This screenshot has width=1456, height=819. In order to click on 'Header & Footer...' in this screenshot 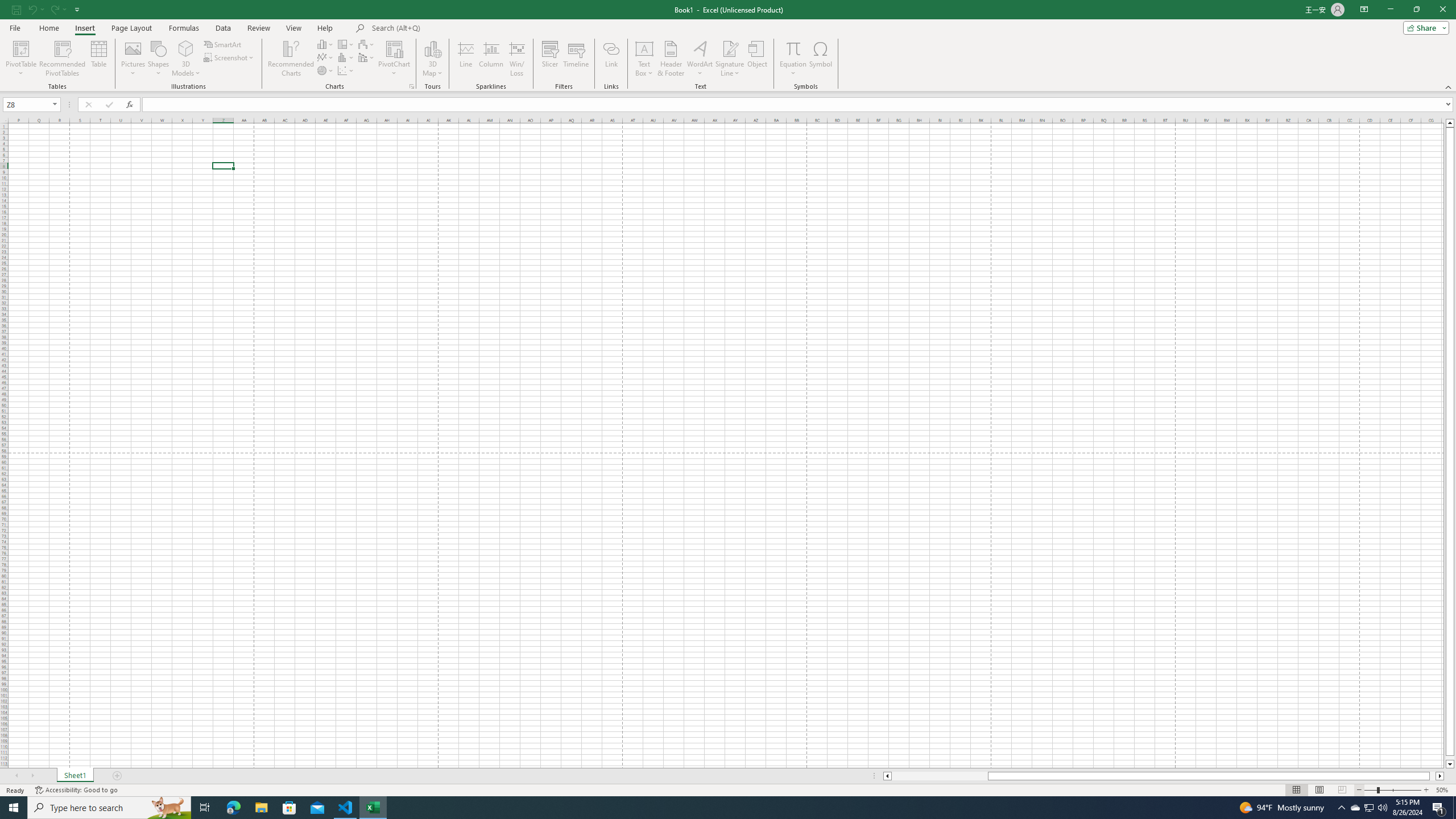, I will do `click(671, 59)`.